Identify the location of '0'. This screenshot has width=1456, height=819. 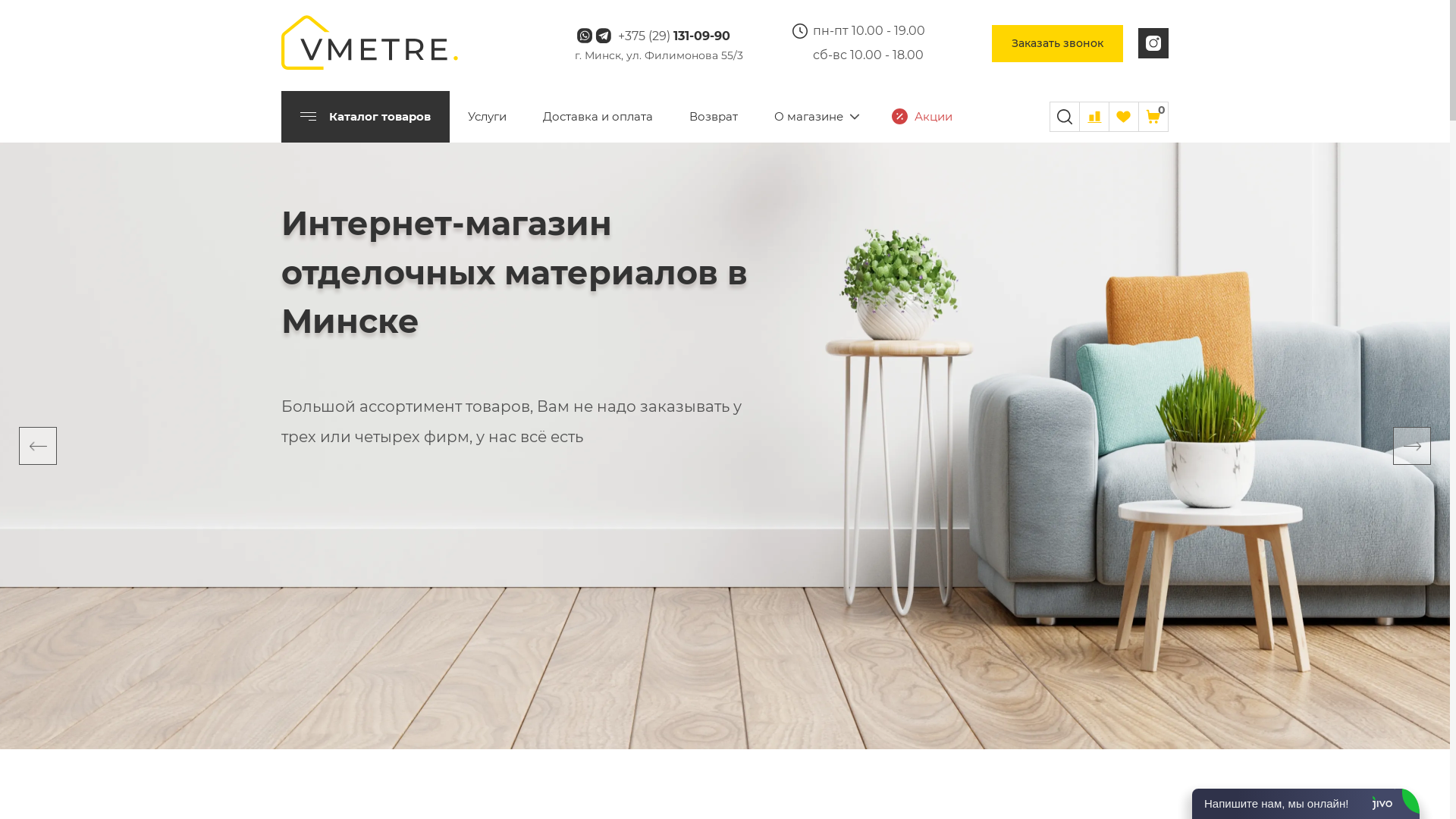
(1138, 116).